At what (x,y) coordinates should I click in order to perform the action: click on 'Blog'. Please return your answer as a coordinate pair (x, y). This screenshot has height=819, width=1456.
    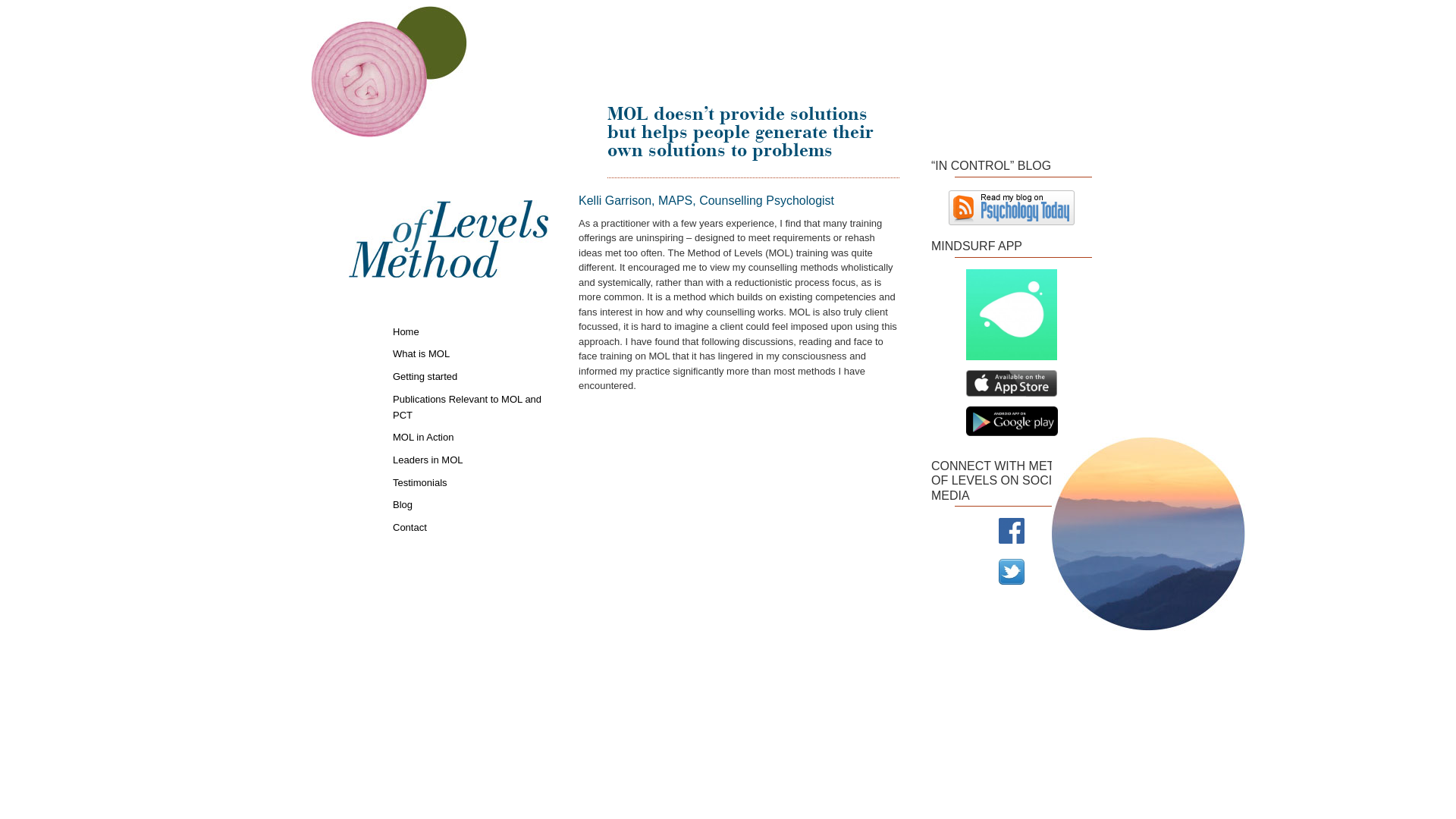
    Looking at the image, I should click on (469, 504).